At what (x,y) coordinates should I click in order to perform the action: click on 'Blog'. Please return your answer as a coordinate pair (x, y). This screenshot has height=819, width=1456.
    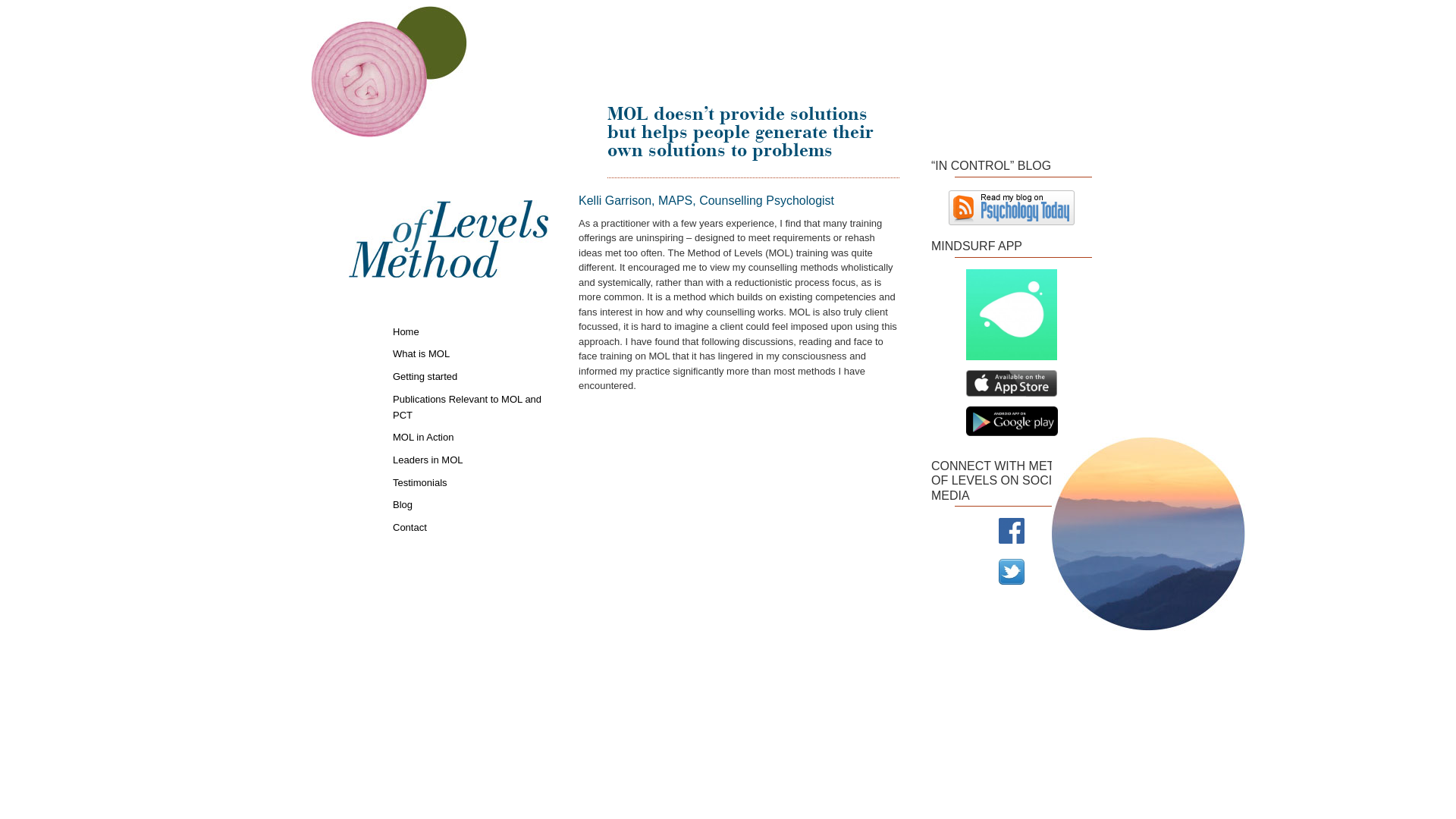
    Looking at the image, I should click on (469, 504).